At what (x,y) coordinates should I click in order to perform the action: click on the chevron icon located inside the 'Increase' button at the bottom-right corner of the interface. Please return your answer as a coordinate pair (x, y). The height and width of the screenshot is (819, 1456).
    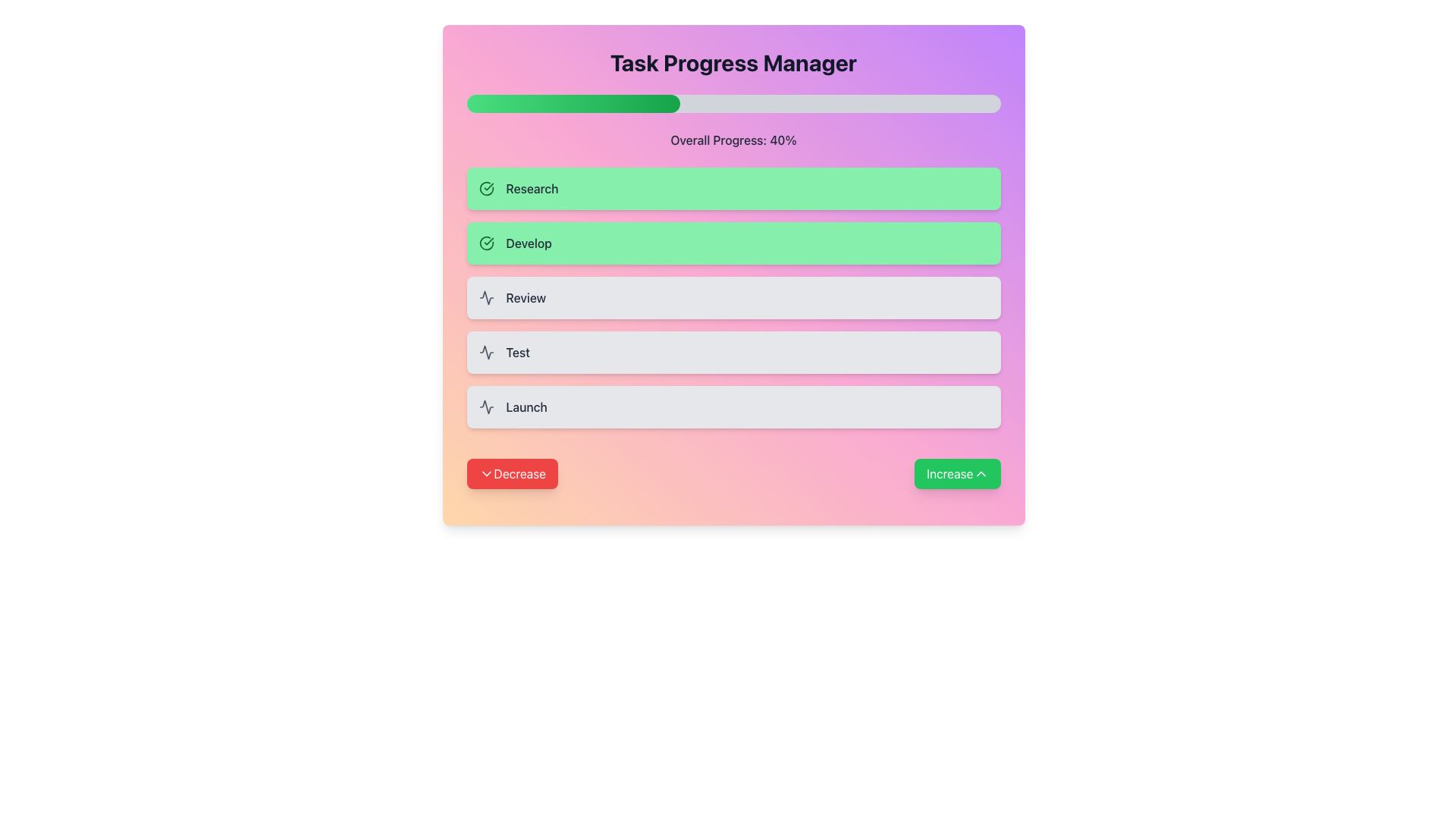
    Looking at the image, I should click on (981, 472).